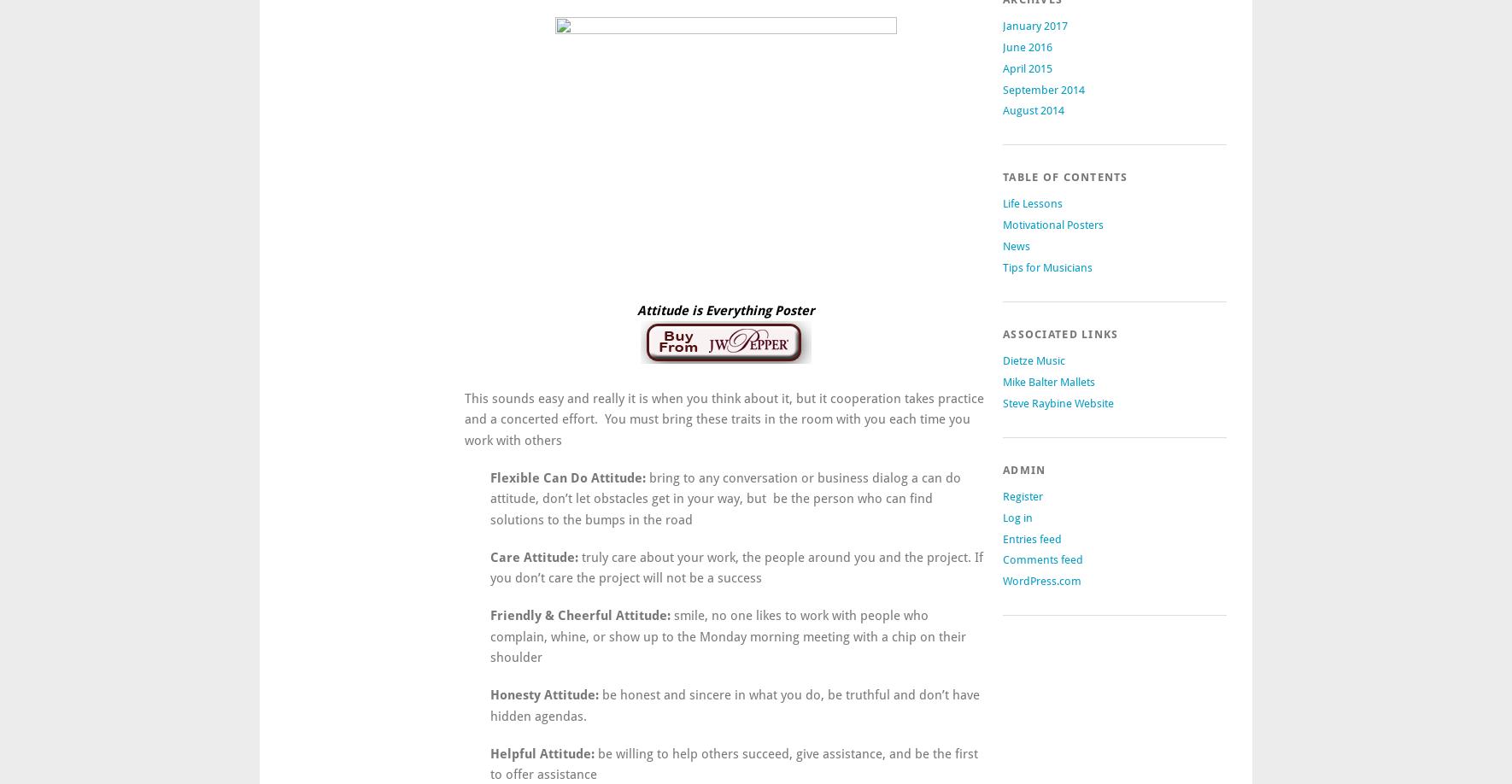  What do you see at coordinates (1032, 202) in the screenshot?
I see `'Life Lessons'` at bounding box center [1032, 202].